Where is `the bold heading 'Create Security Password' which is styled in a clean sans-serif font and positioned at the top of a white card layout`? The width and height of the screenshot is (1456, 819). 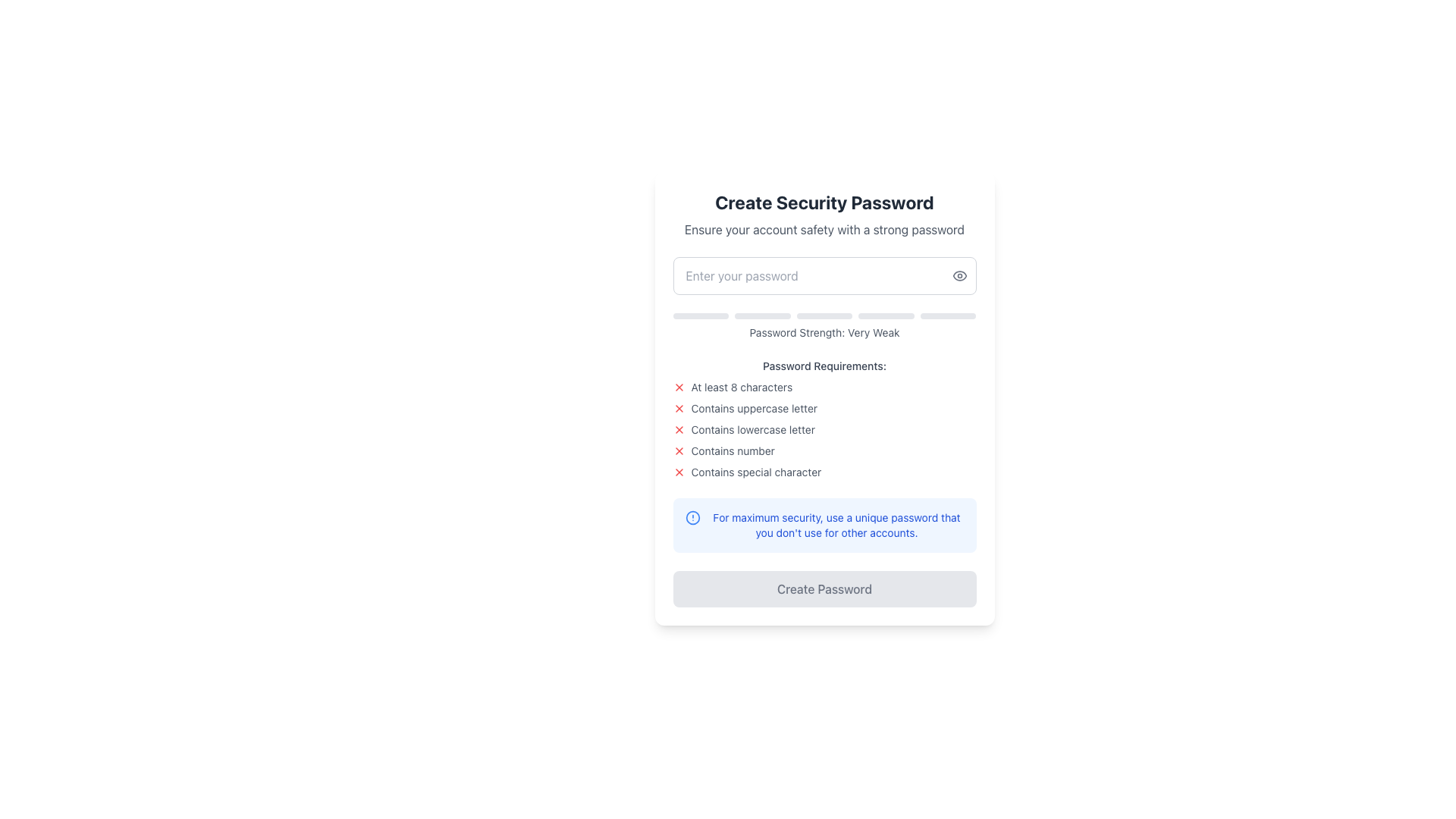 the bold heading 'Create Security Password' which is styled in a clean sans-serif font and positioned at the top of a white card layout is located at coordinates (824, 201).